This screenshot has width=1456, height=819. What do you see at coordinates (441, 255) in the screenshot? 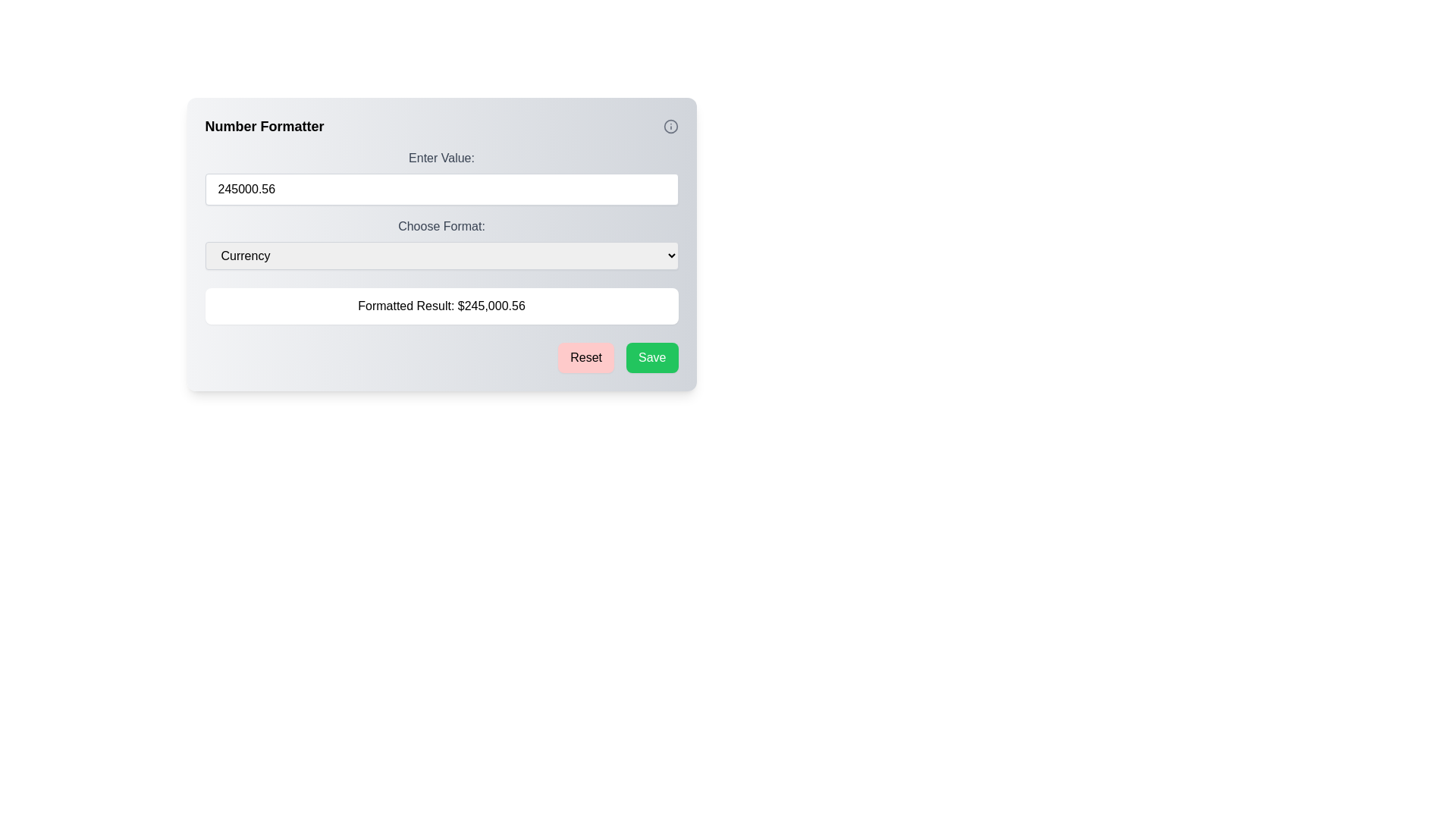
I see `the Dropdown menu located in the 'Choose Format:' section` at bounding box center [441, 255].